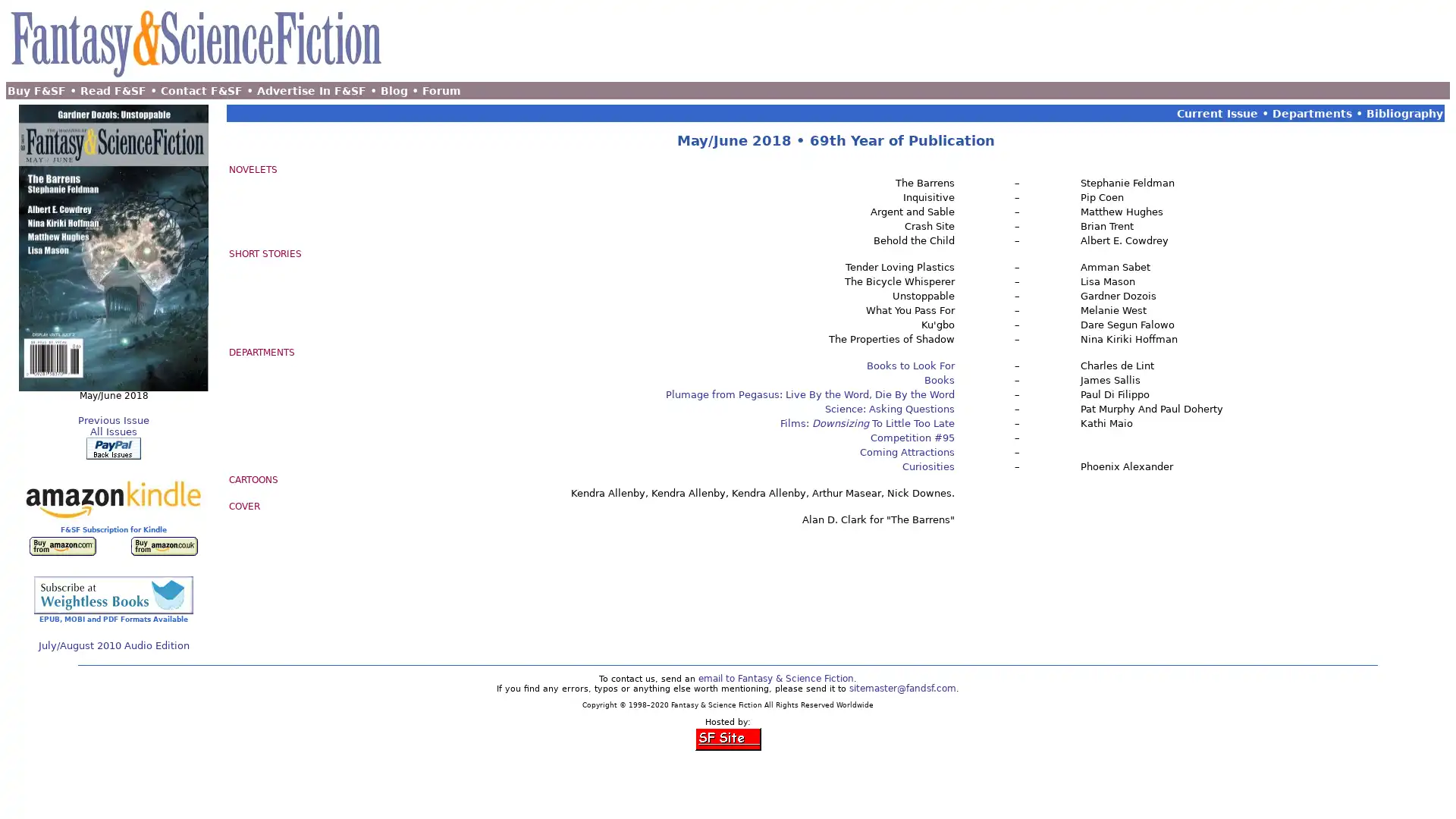 The height and width of the screenshot is (819, 1456). What do you see at coordinates (112, 447) in the screenshot?
I see `$8.99 - May/June 2018 issue of The Magazine of Fantasy & Science Fiction + $2.00 - Postage` at bounding box center [112, 447].